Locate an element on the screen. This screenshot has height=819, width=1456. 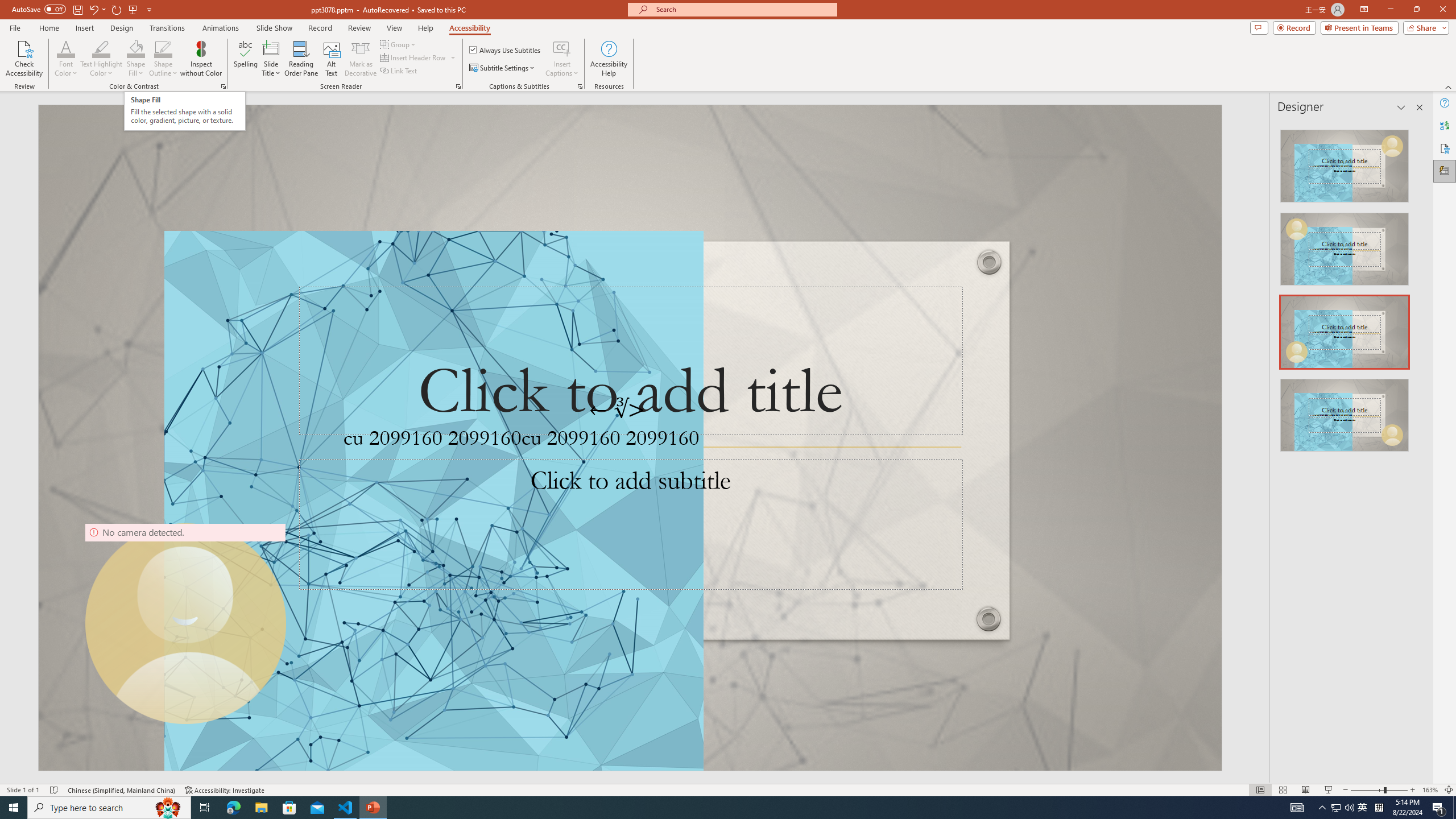
'Slide Title' is located at coordinates (271, 59).